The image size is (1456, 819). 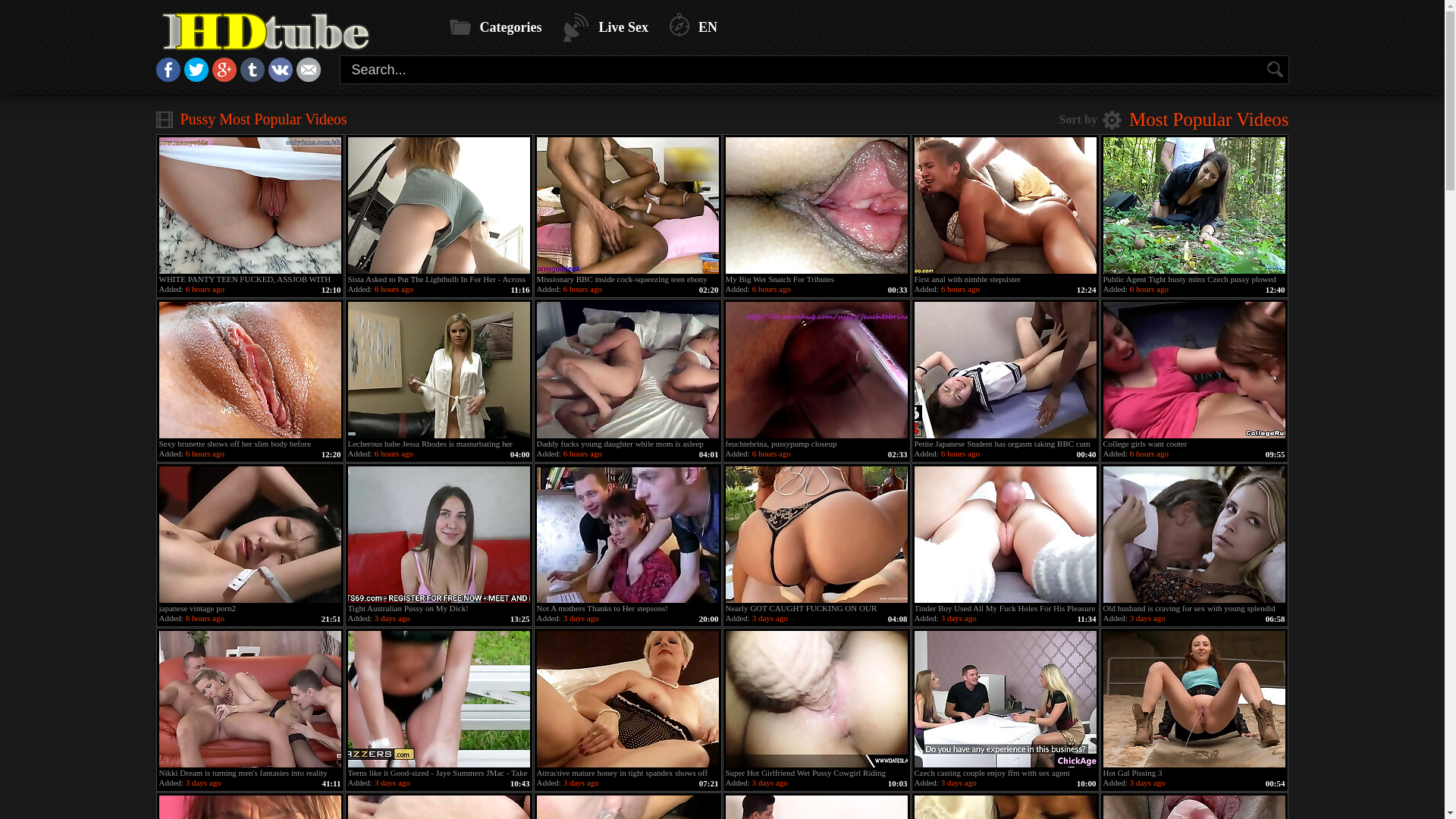 What do you see at coordinates (447, 27) in the screenshot?
I see `'Categories'` at bounding box center [447, 27].